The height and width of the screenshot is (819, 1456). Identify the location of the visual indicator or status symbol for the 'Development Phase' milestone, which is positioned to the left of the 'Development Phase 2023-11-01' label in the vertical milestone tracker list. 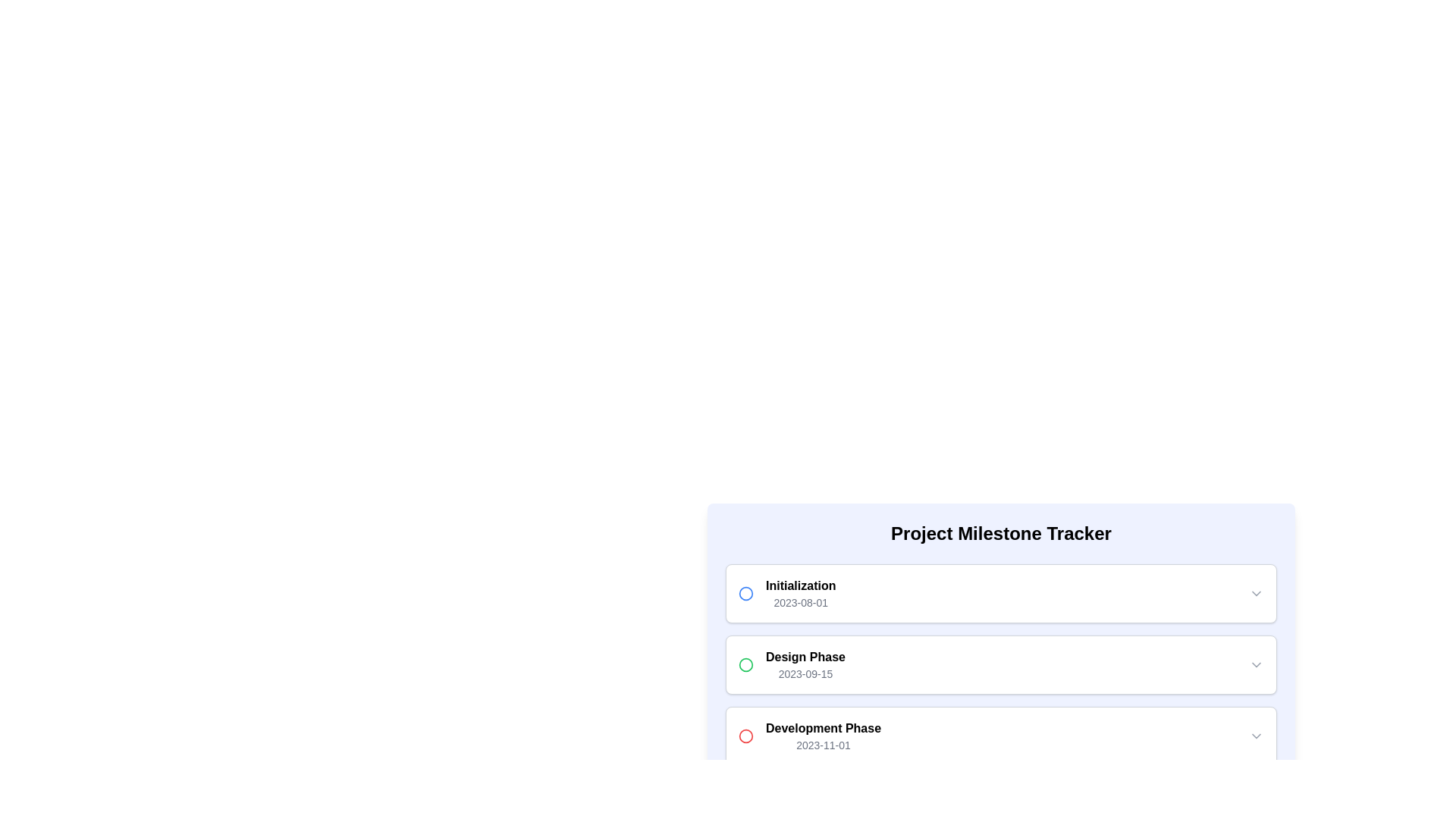
(745, 736).